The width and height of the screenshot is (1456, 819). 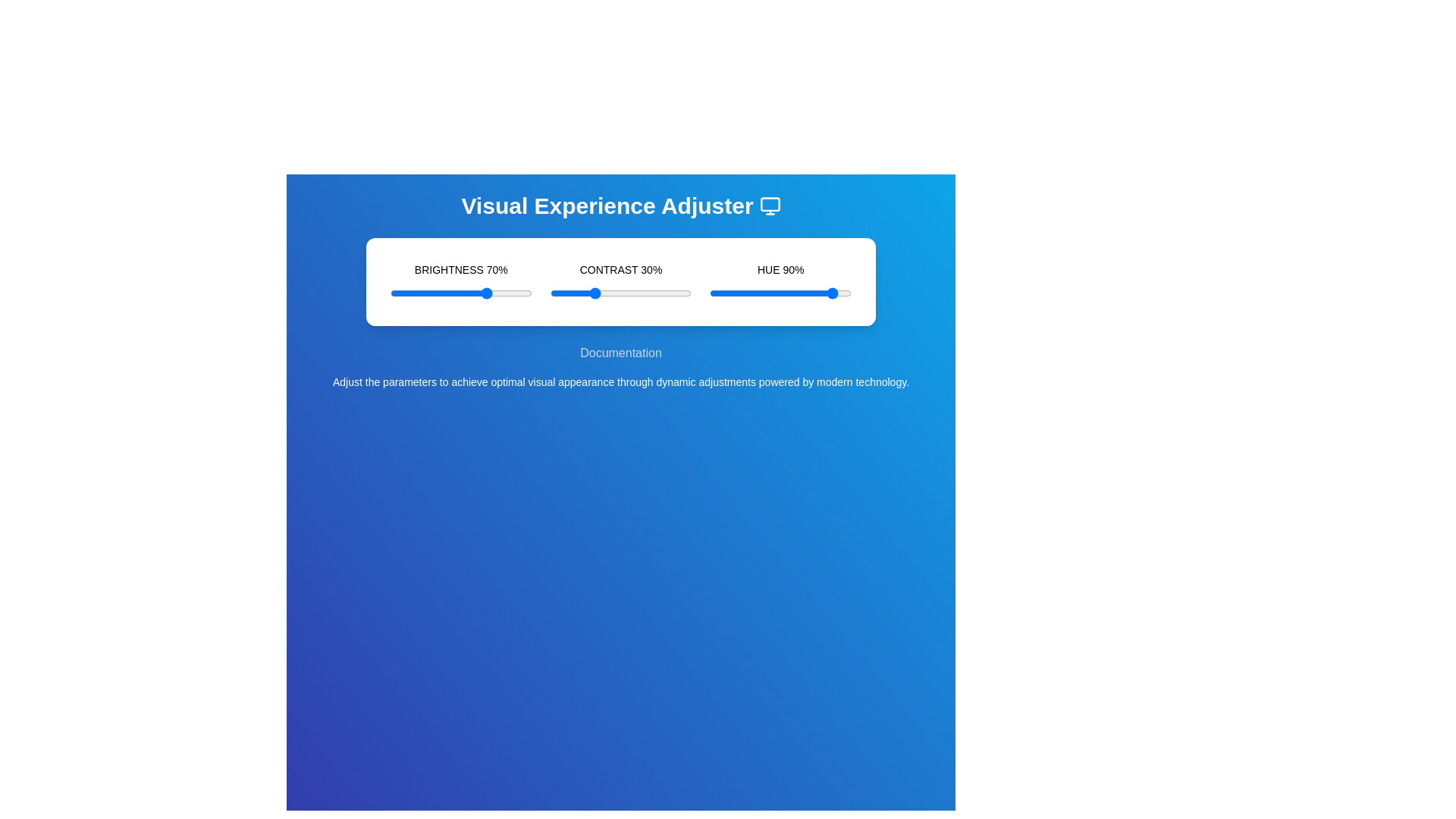 What do you see at coordinates (496, 293) in the screenshot?
I see `the brightness slider to set the brightness level to 75%` at bounding box center [496, 293].